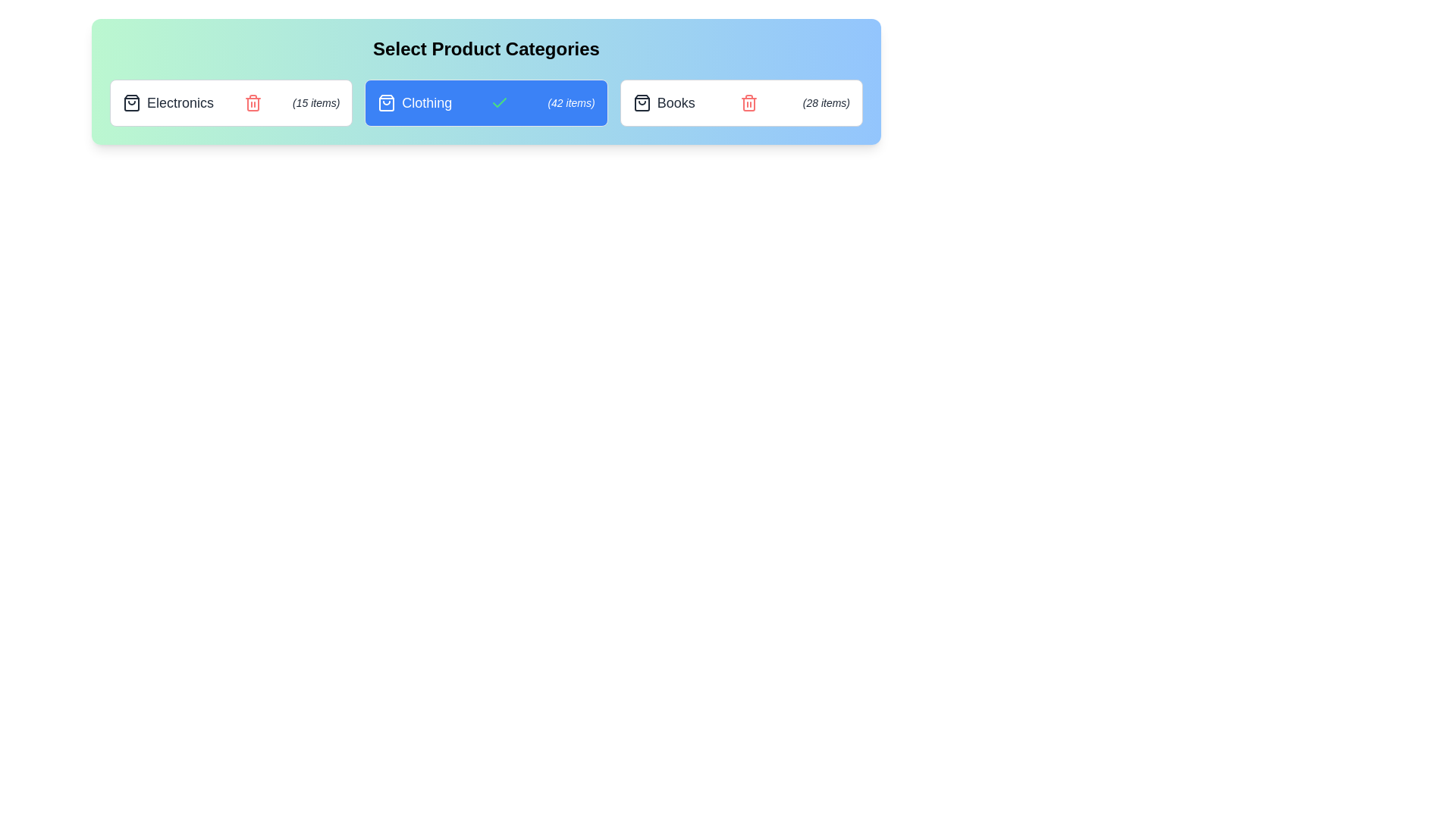  What do you see at coordinates (486, 102) in the screenshot?
I see `the category Clothing to view its hover effect` at bounding box center [486, 102].